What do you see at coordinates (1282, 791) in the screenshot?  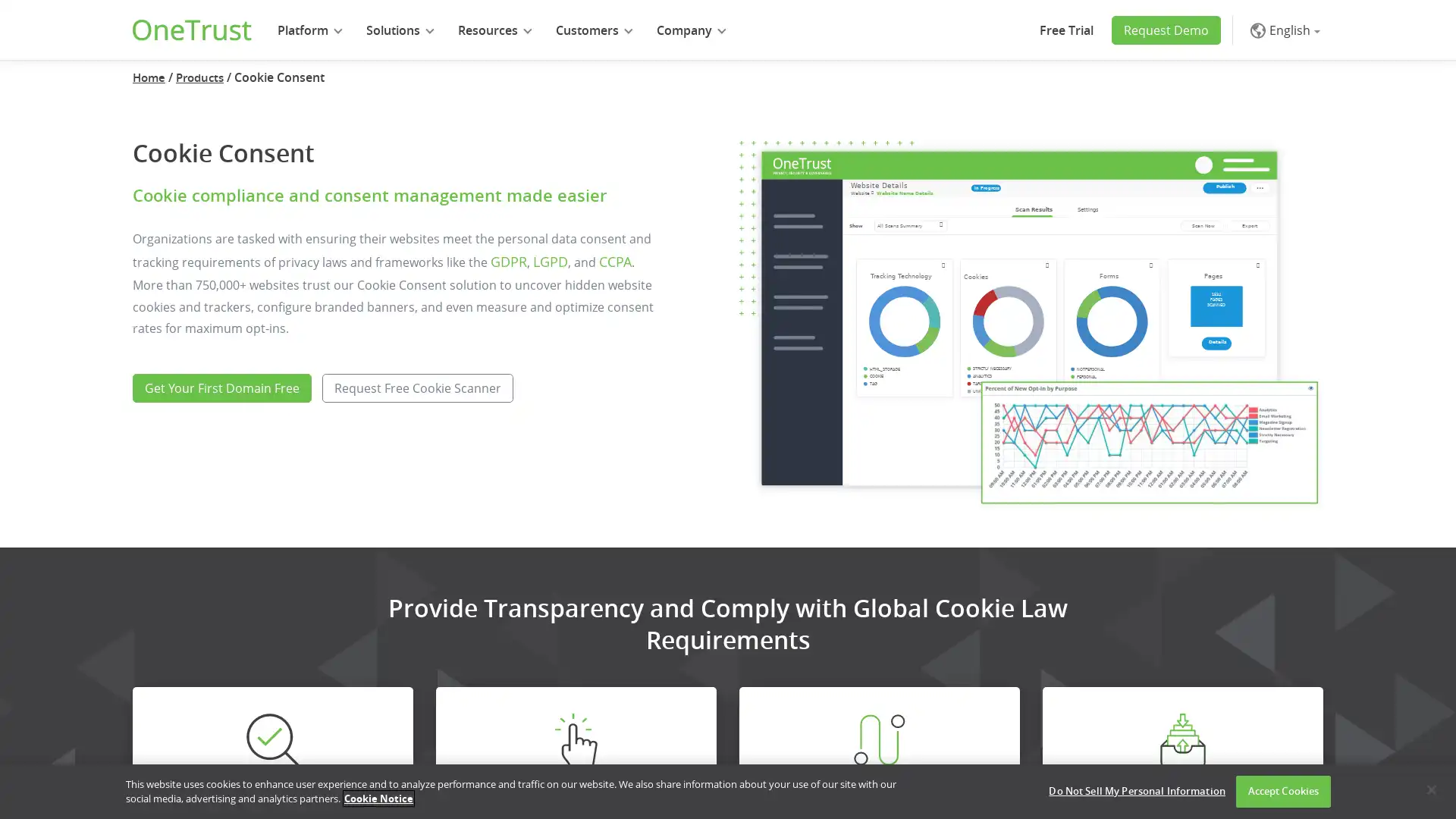 I see `Accept Cookies` at bounding box center [1282, 791].